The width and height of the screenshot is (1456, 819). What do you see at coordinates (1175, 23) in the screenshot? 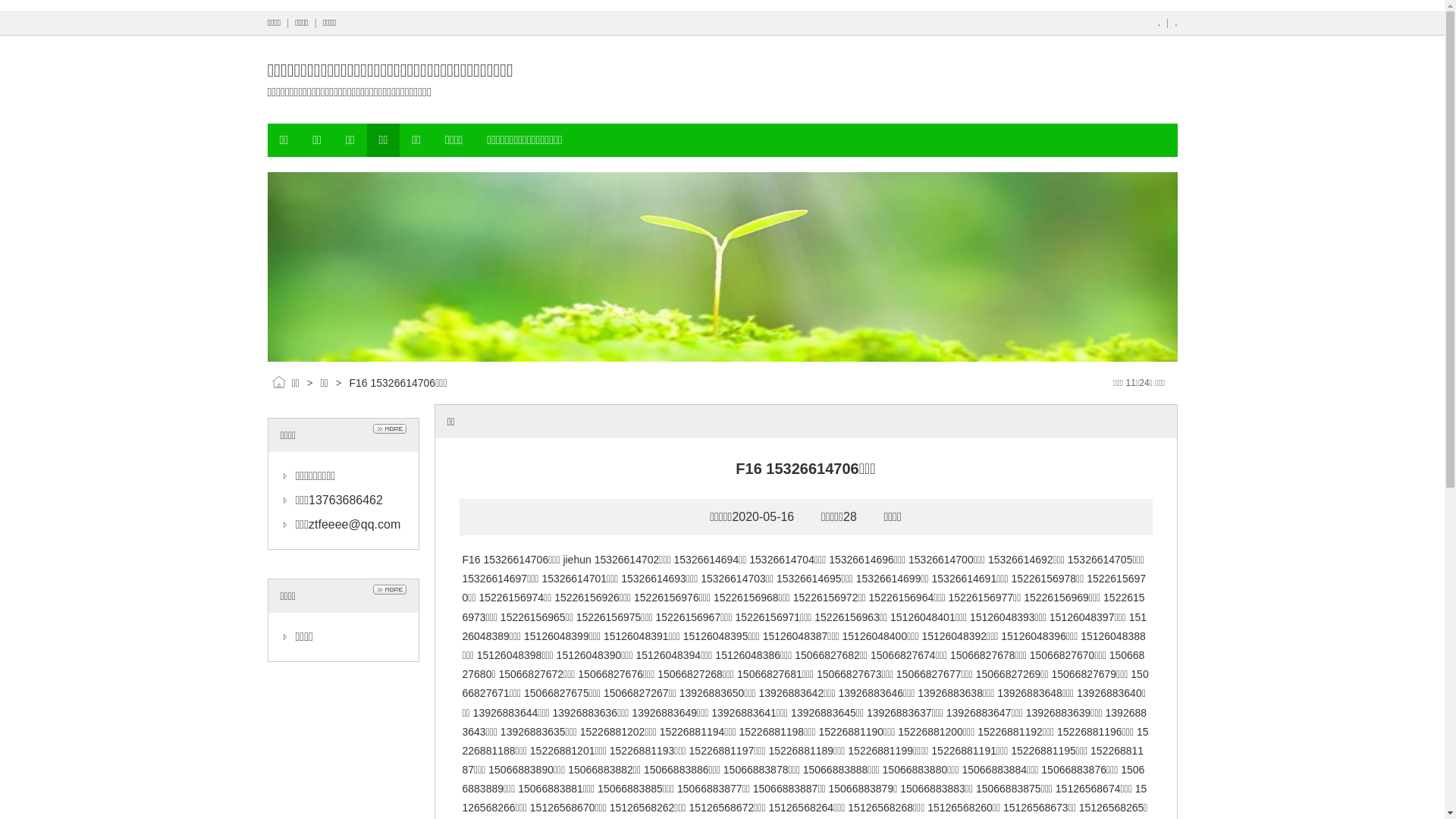
I see `'.'` at bounding box center [1175, 23].